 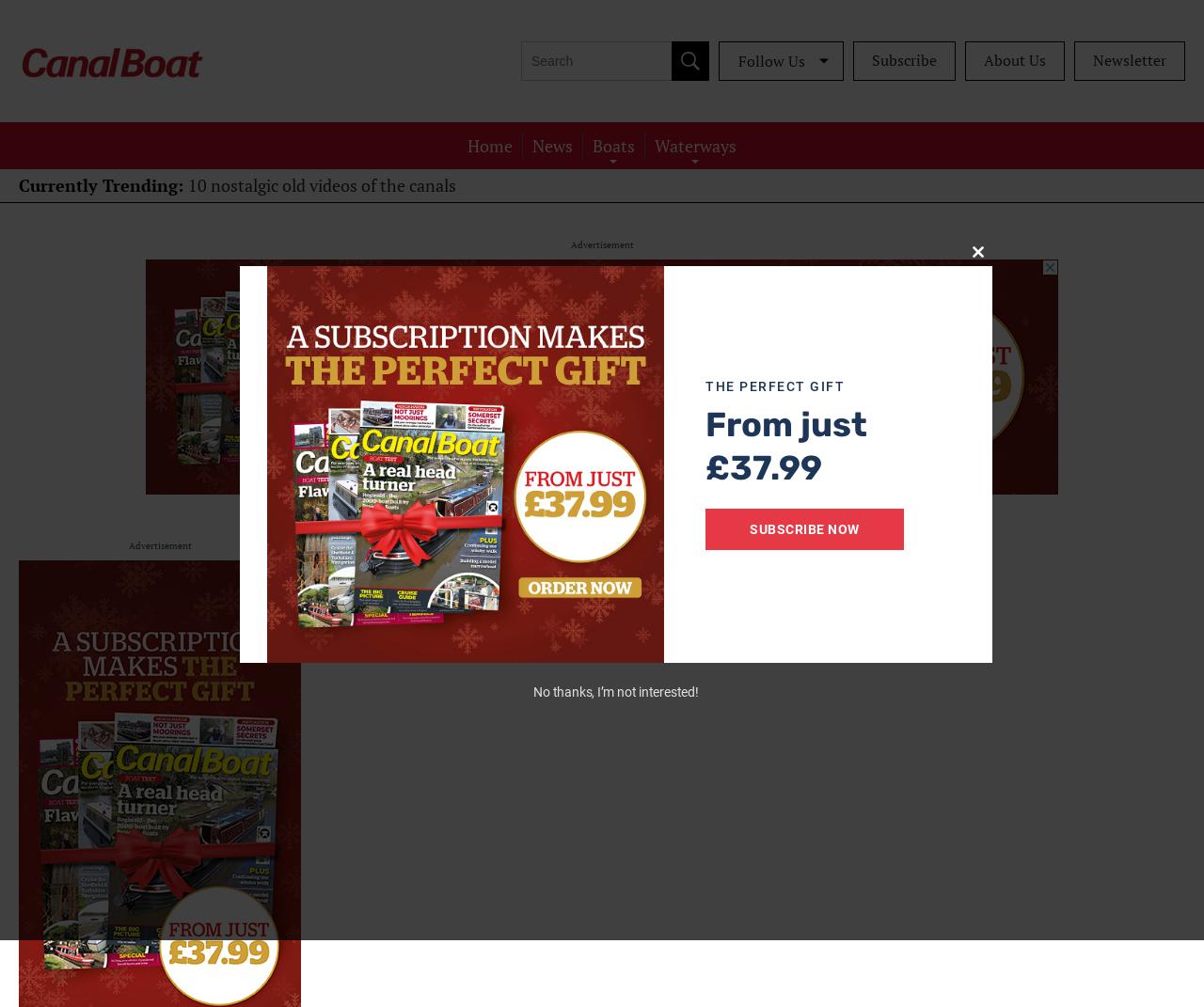 I want to click on 'Expert Advice', so click(x=613, y=219).